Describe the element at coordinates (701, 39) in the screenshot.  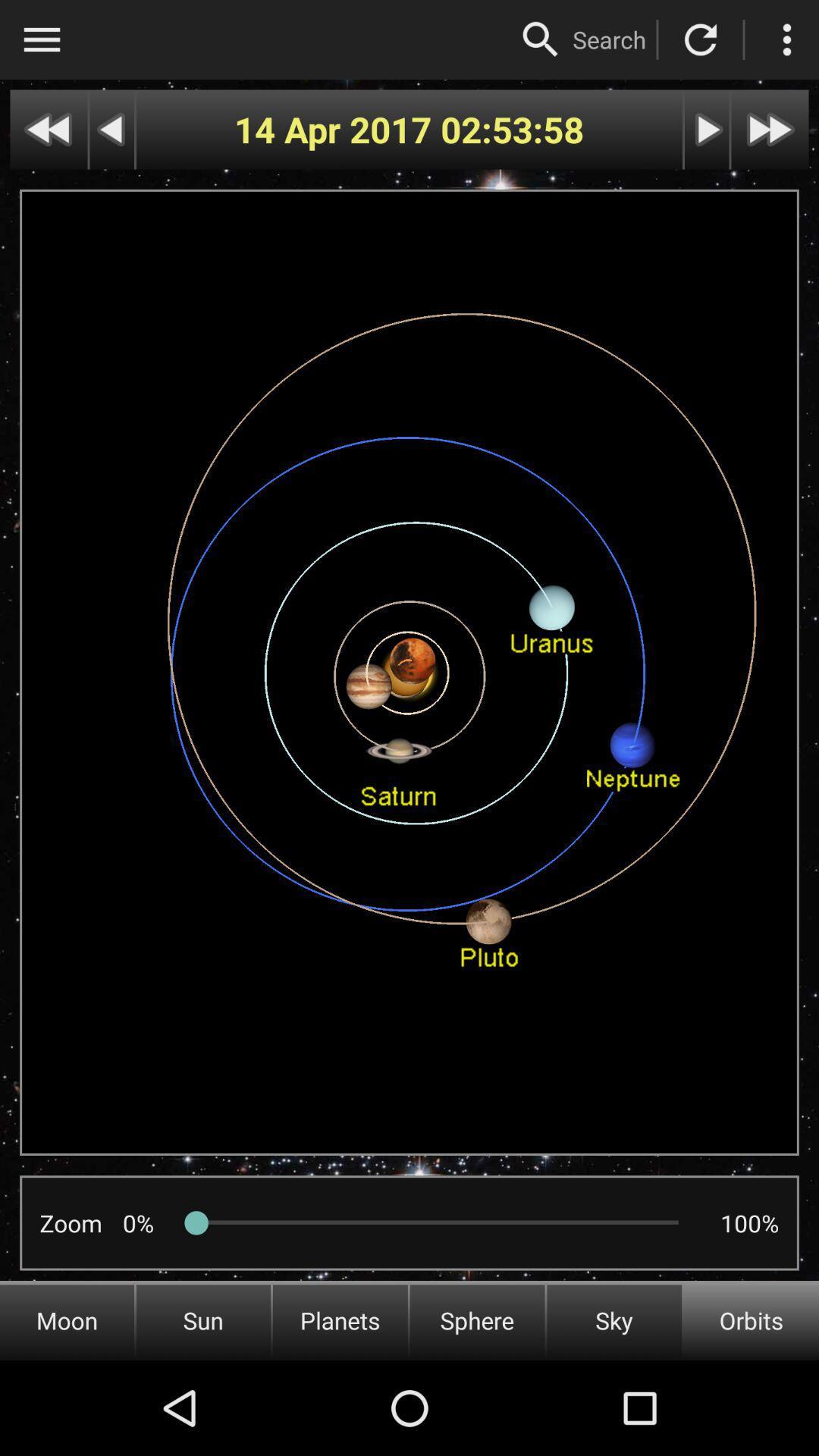
I see `reset` at that location.